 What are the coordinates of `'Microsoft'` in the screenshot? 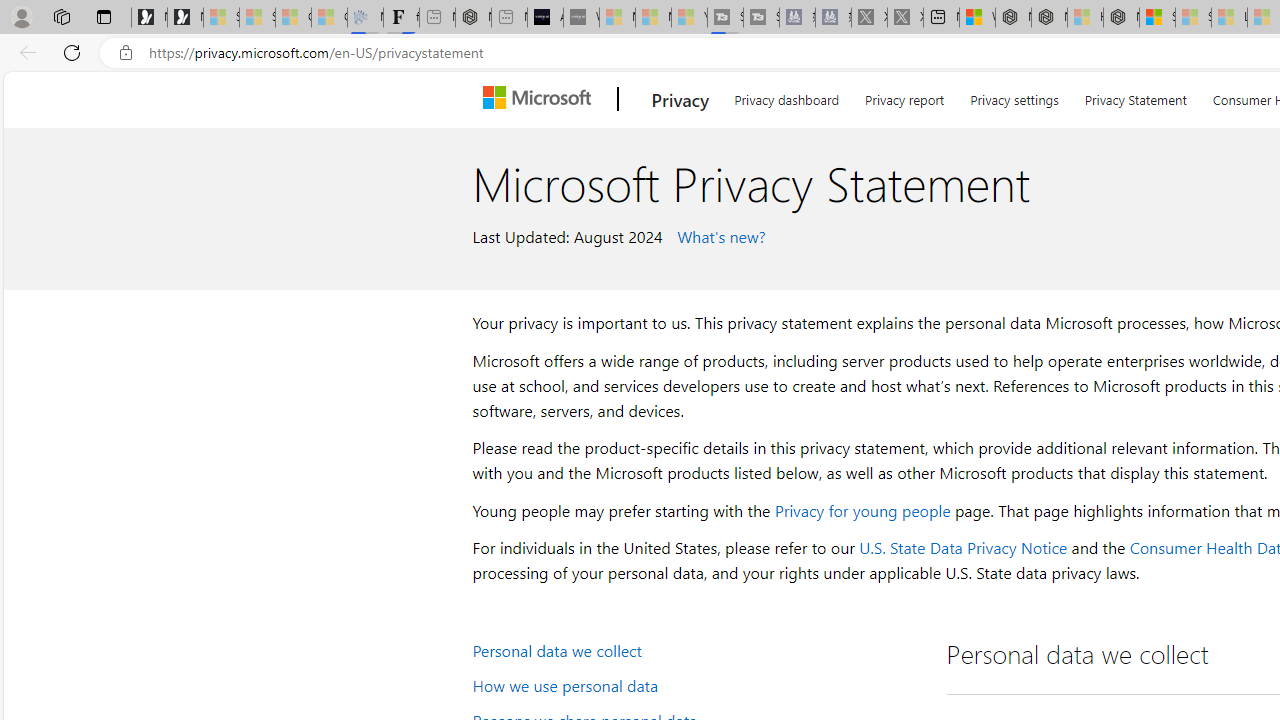 It's located at (541, 99).